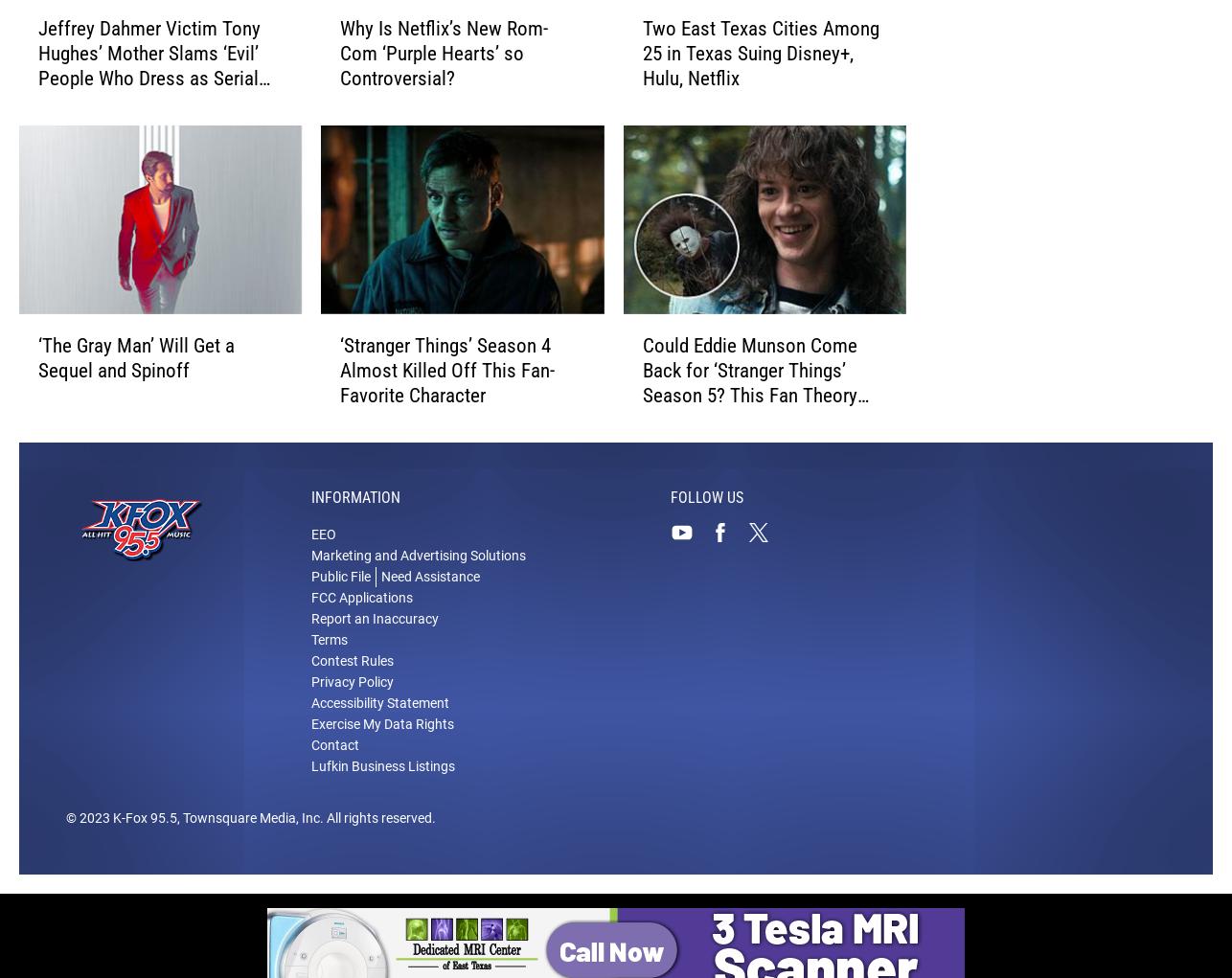  Describe the element at coordinates (95, 818) in the screenshot. I see `'2023'` at that location.